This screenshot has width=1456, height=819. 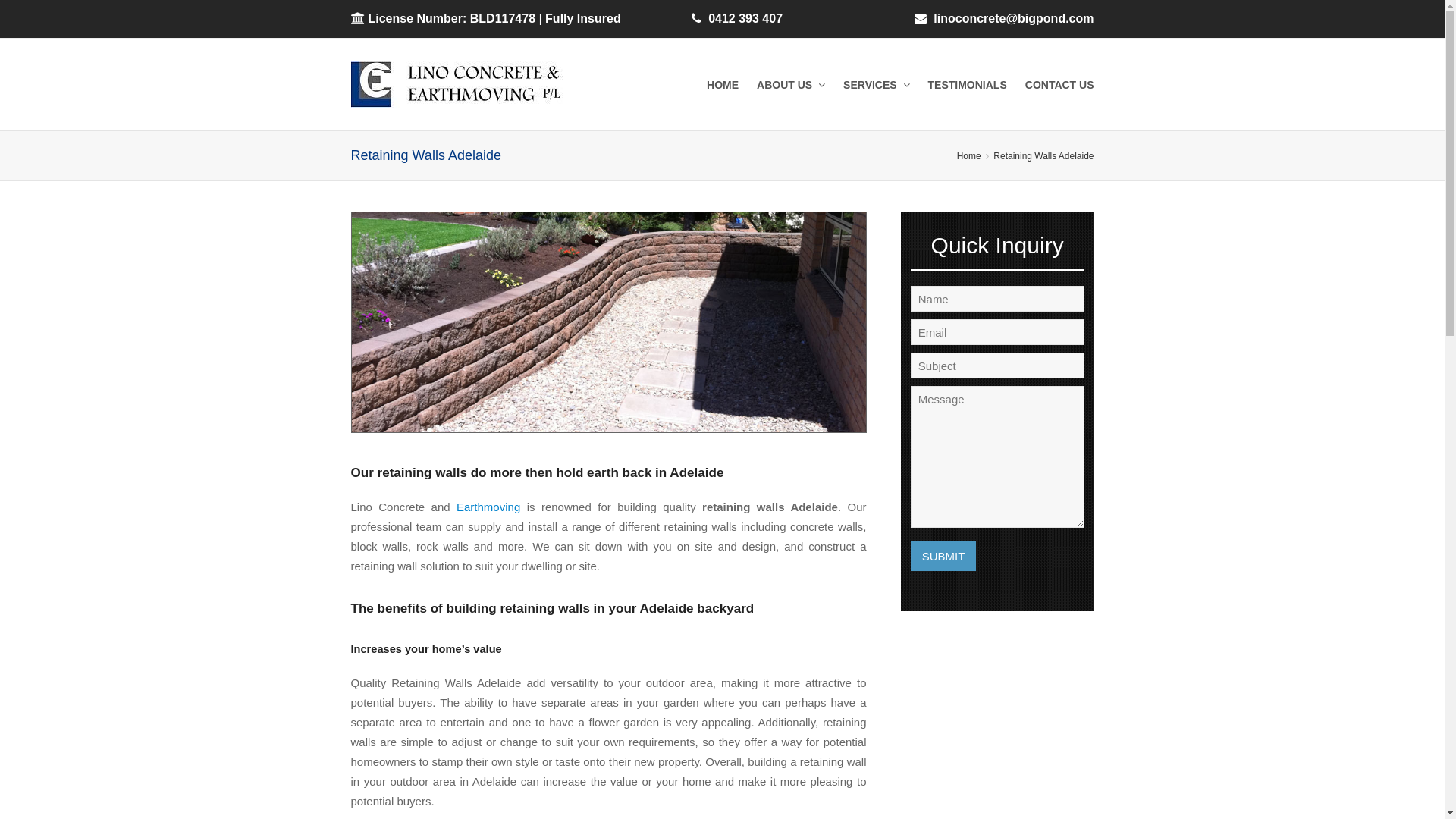 What do you see at coordinates (932, 18) in the screenshot?
I see `'linoconcrete@bigpond.com'` at bounding box center [932, 18].